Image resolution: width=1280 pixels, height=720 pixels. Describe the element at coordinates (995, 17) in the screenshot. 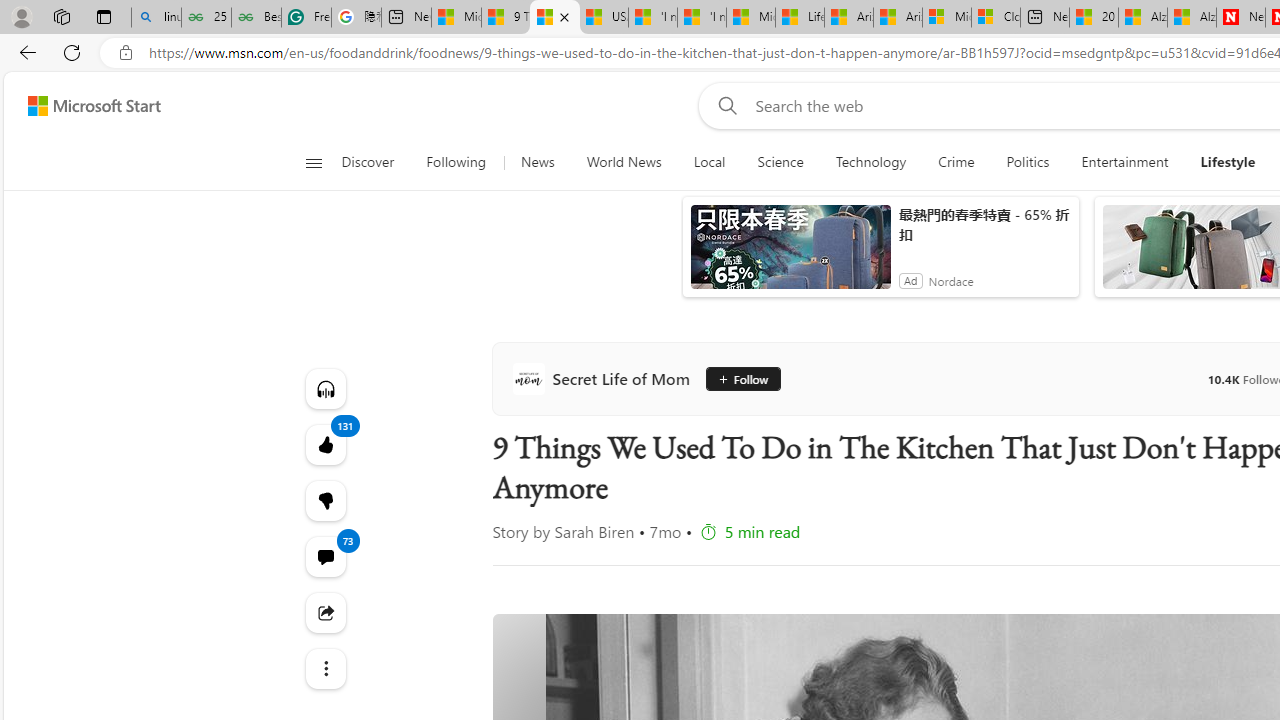

I see `'Cloud Computing Services | Microsoft Azure'` at that location.